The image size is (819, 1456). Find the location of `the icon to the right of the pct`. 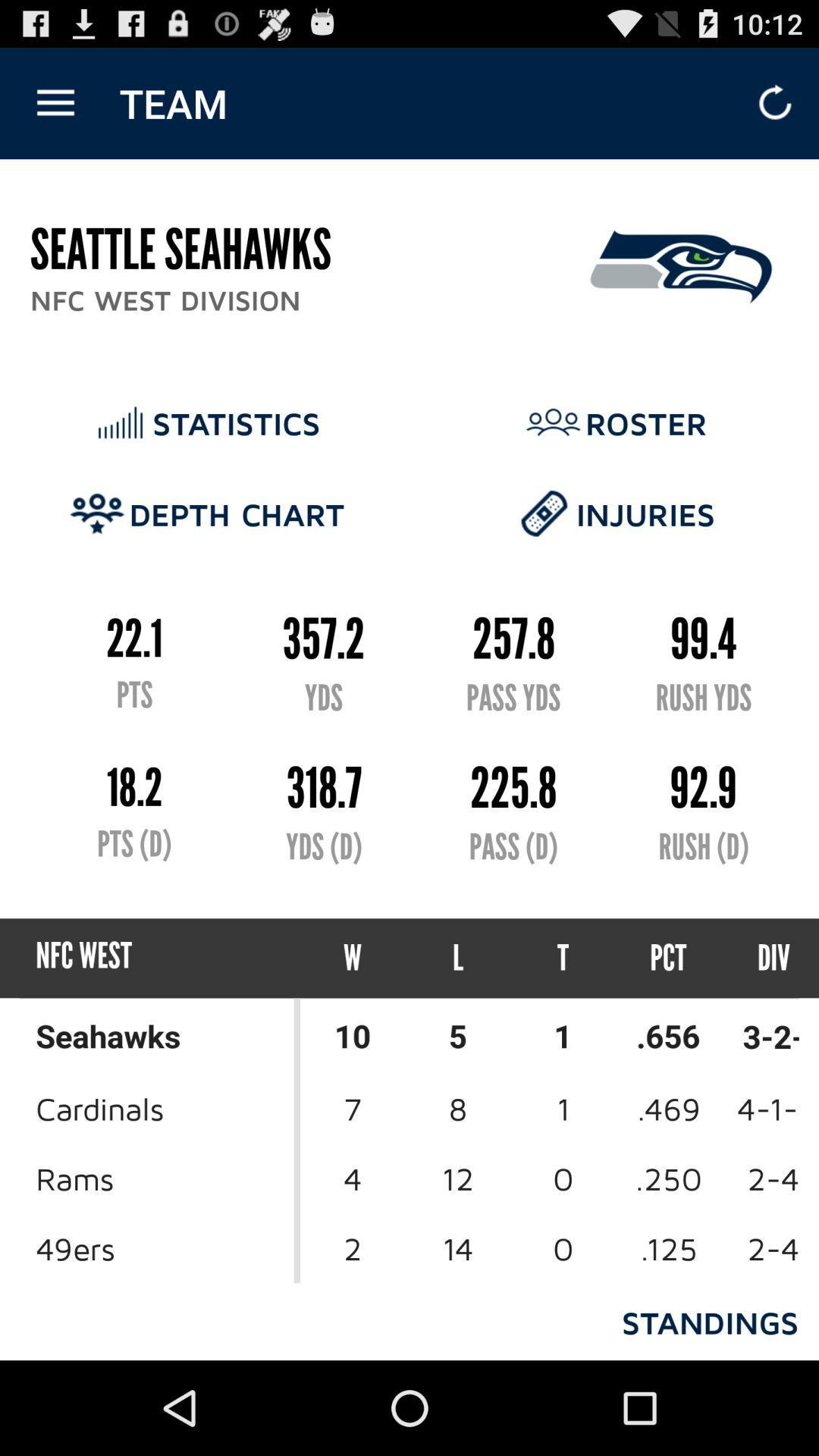

the icon to the right of the pct is located at coordinates (760, 957).